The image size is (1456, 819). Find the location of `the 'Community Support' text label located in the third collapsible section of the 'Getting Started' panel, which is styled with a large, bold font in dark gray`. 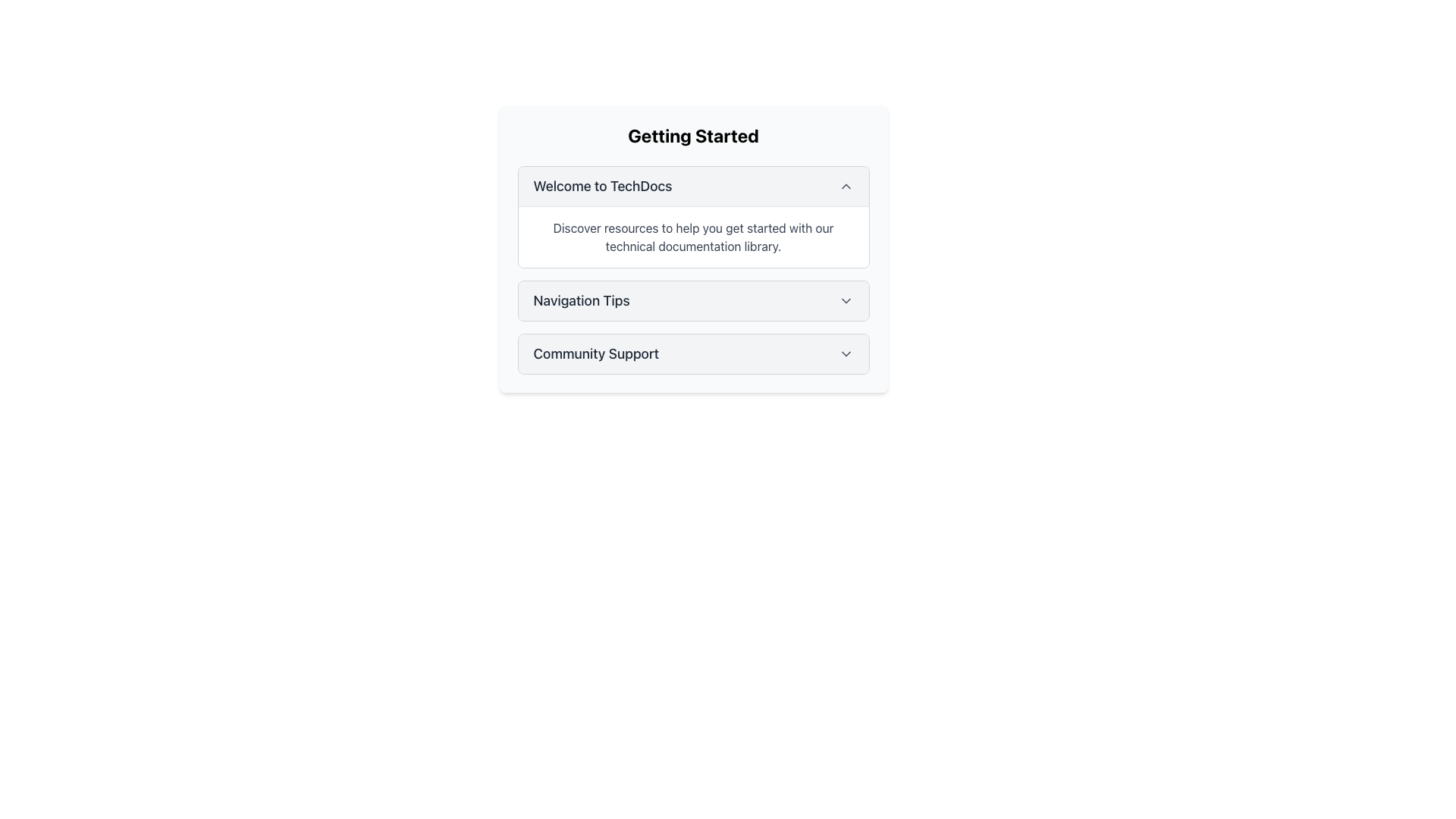

the 'Community Support' text label located in the third collapsible section of the 'Getting Started' panel, which is styled with a large, bold font in dark gray is located at coordinates (595, 353).